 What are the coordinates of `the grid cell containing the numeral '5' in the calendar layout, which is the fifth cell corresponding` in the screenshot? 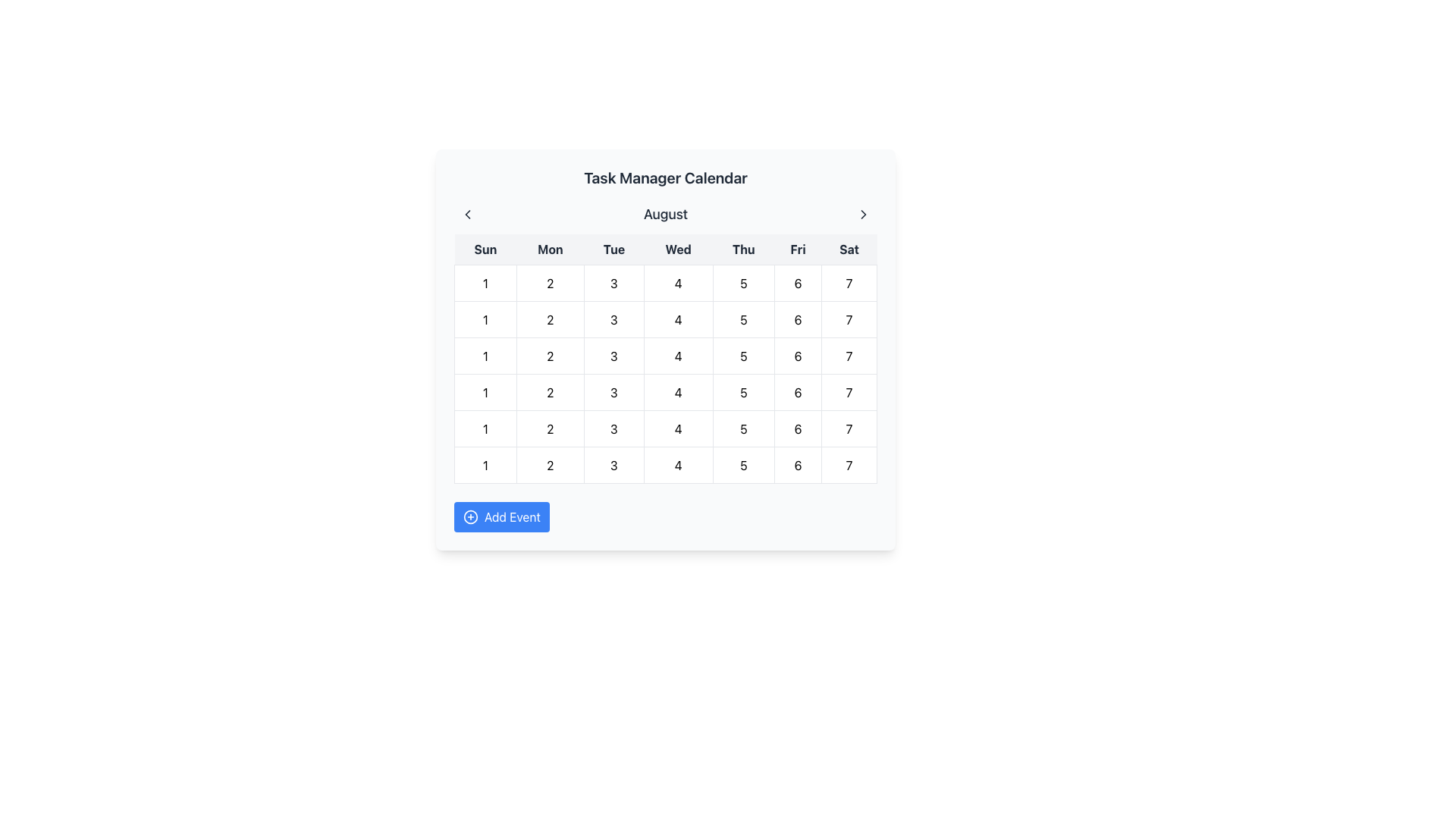 It's located at (743, 318).